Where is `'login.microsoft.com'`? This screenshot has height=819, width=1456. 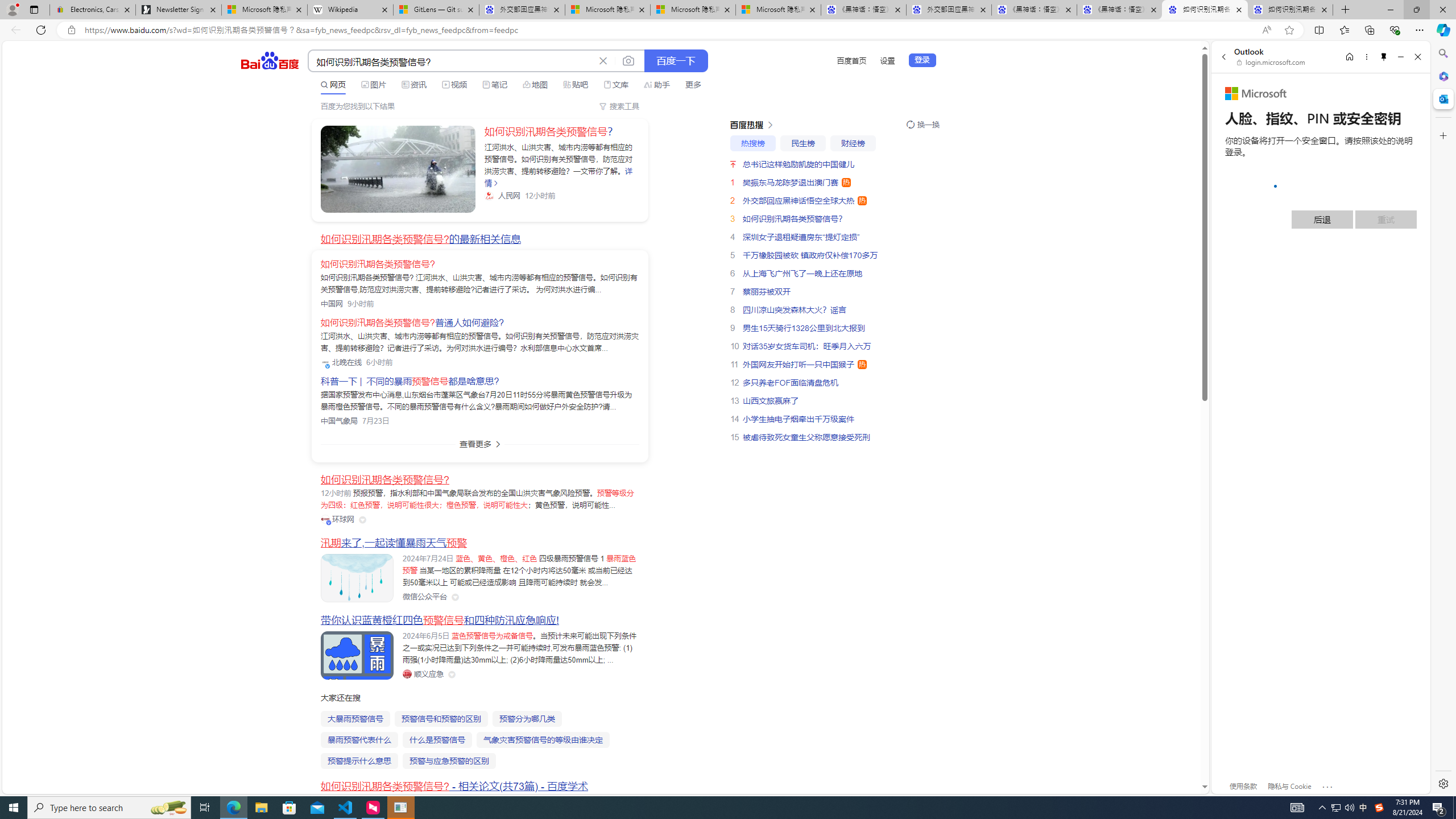
'login.microsoft.com' is located at coordinates (1271, 61).